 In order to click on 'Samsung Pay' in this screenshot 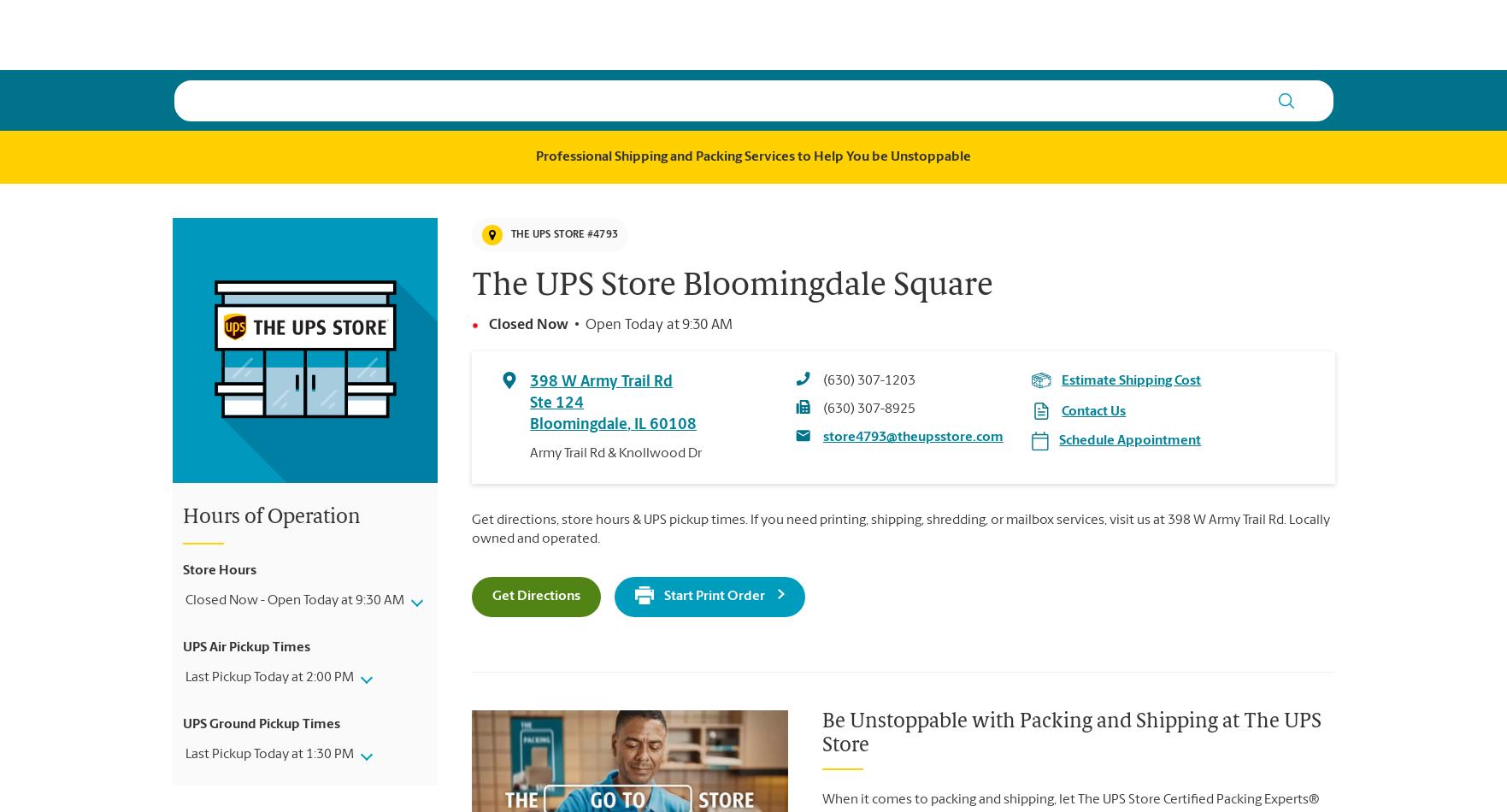, I will do `click(566, 660)`.